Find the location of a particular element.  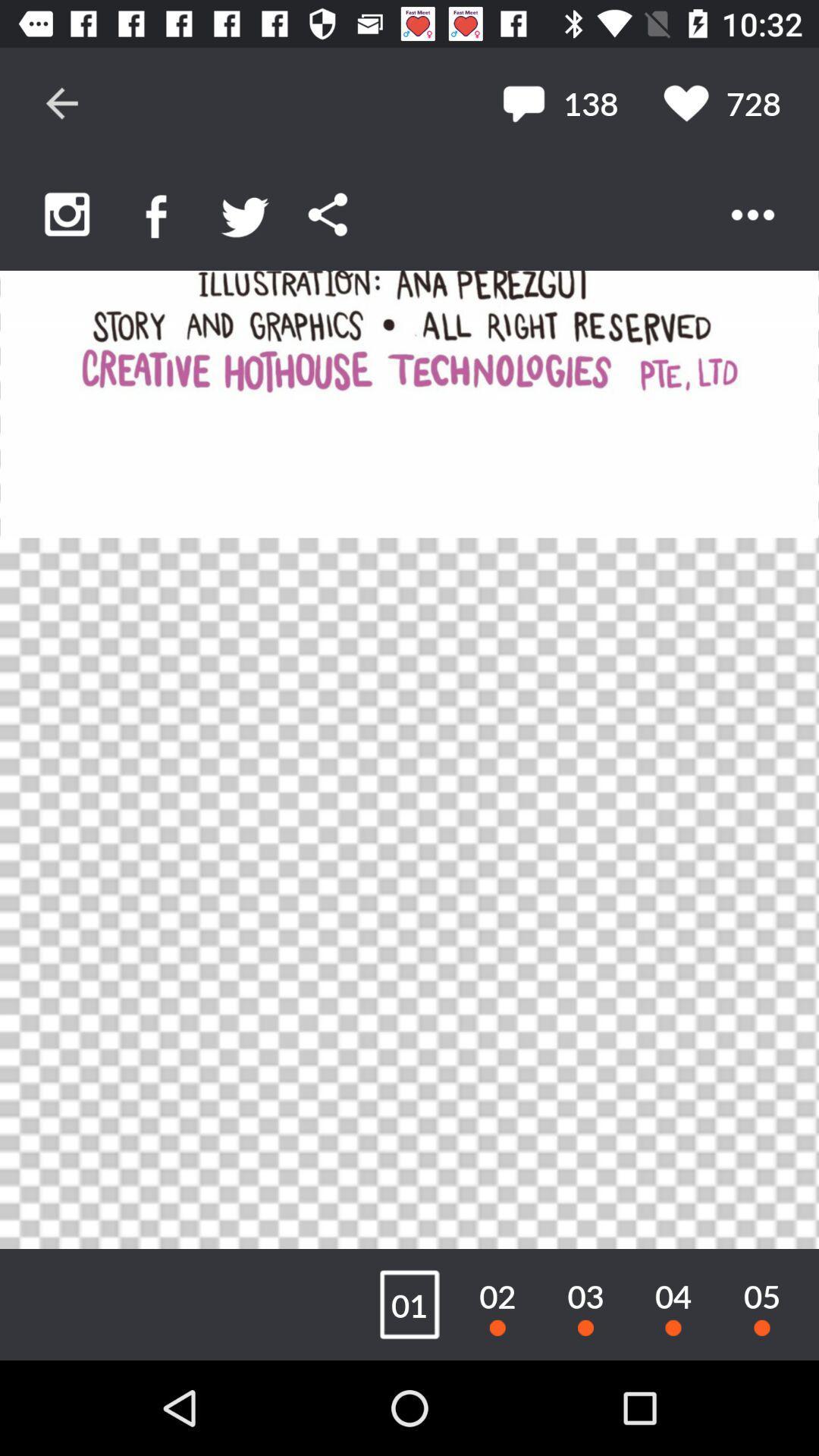

share web page is located at coordinates (327, 214).